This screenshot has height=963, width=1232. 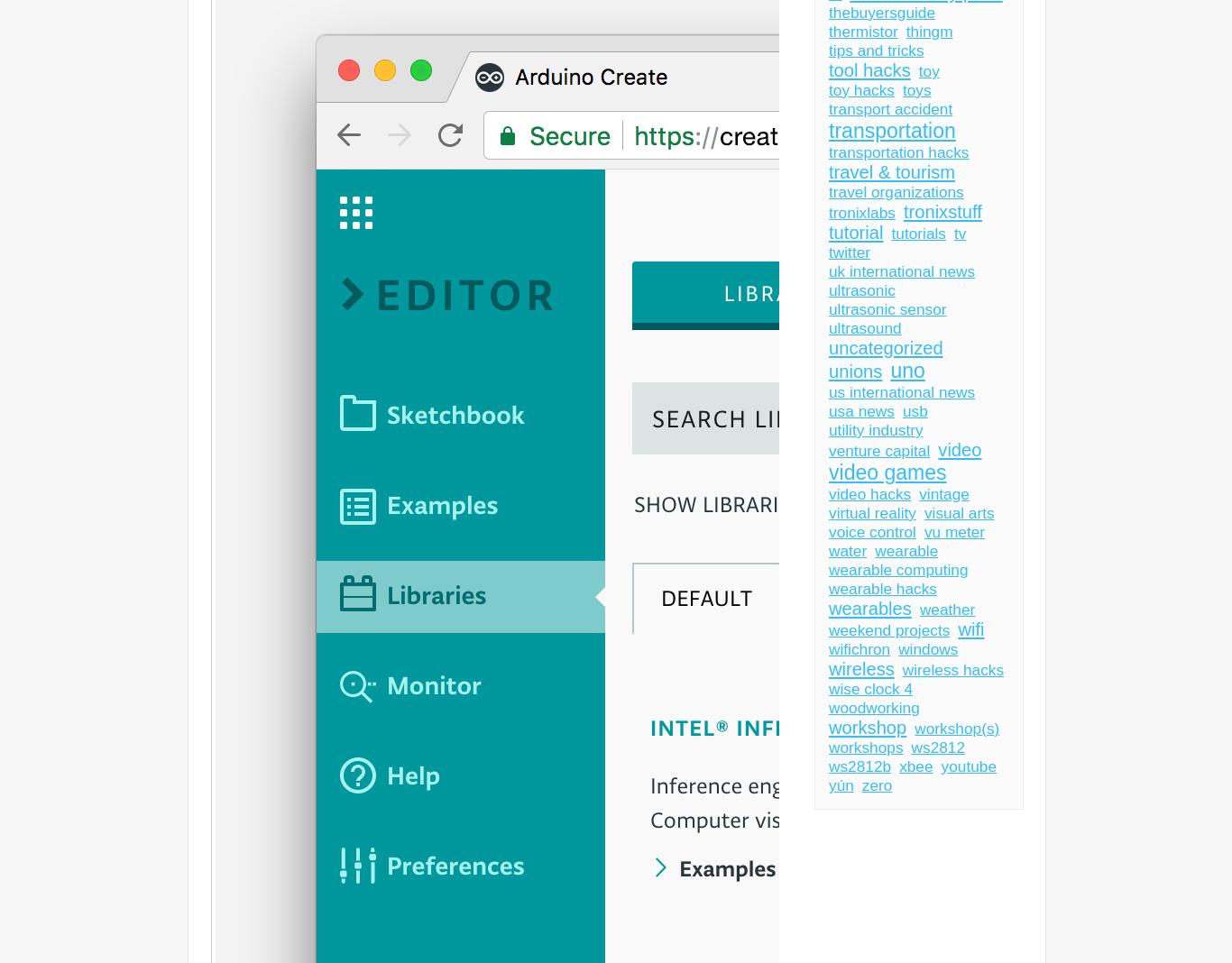 What do you see at coordinates (855, 233) in the screenshot?
I see `'tutorial'` at bounding box center [855, 233].